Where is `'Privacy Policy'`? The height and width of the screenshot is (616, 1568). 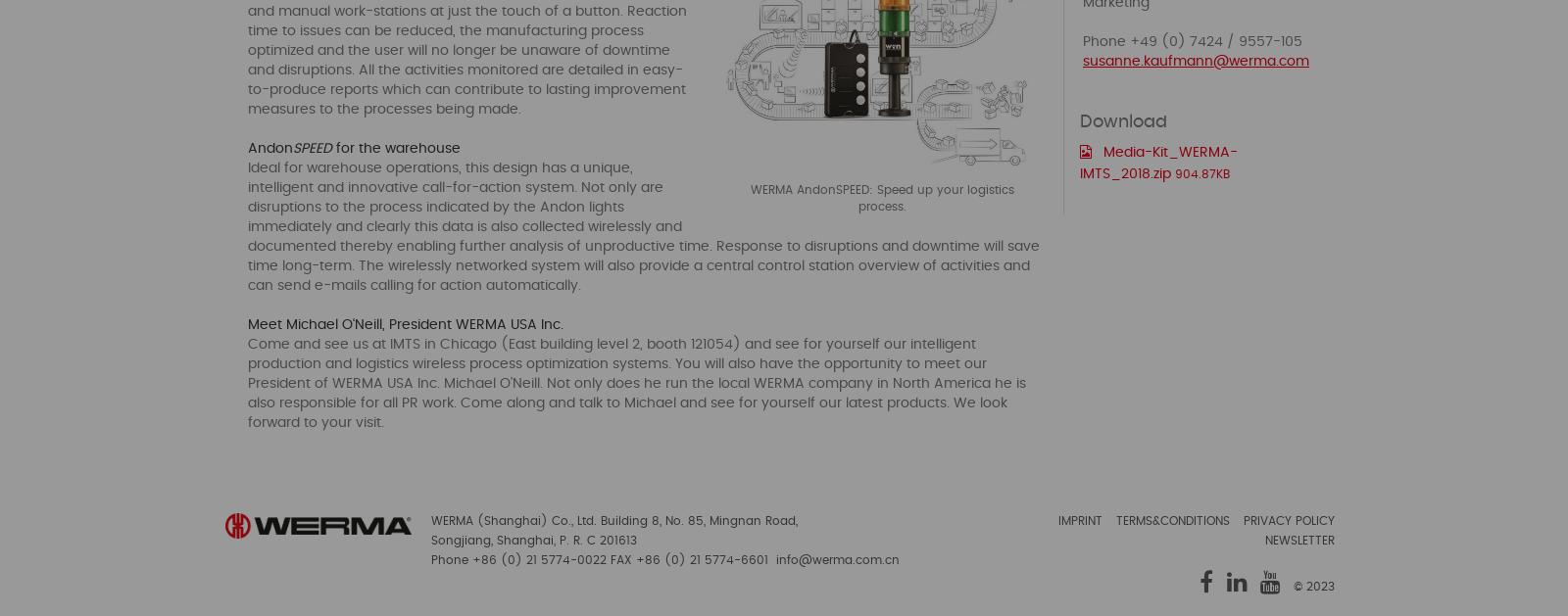
'Privacy Policy' is located at coordinates (1288, 521).